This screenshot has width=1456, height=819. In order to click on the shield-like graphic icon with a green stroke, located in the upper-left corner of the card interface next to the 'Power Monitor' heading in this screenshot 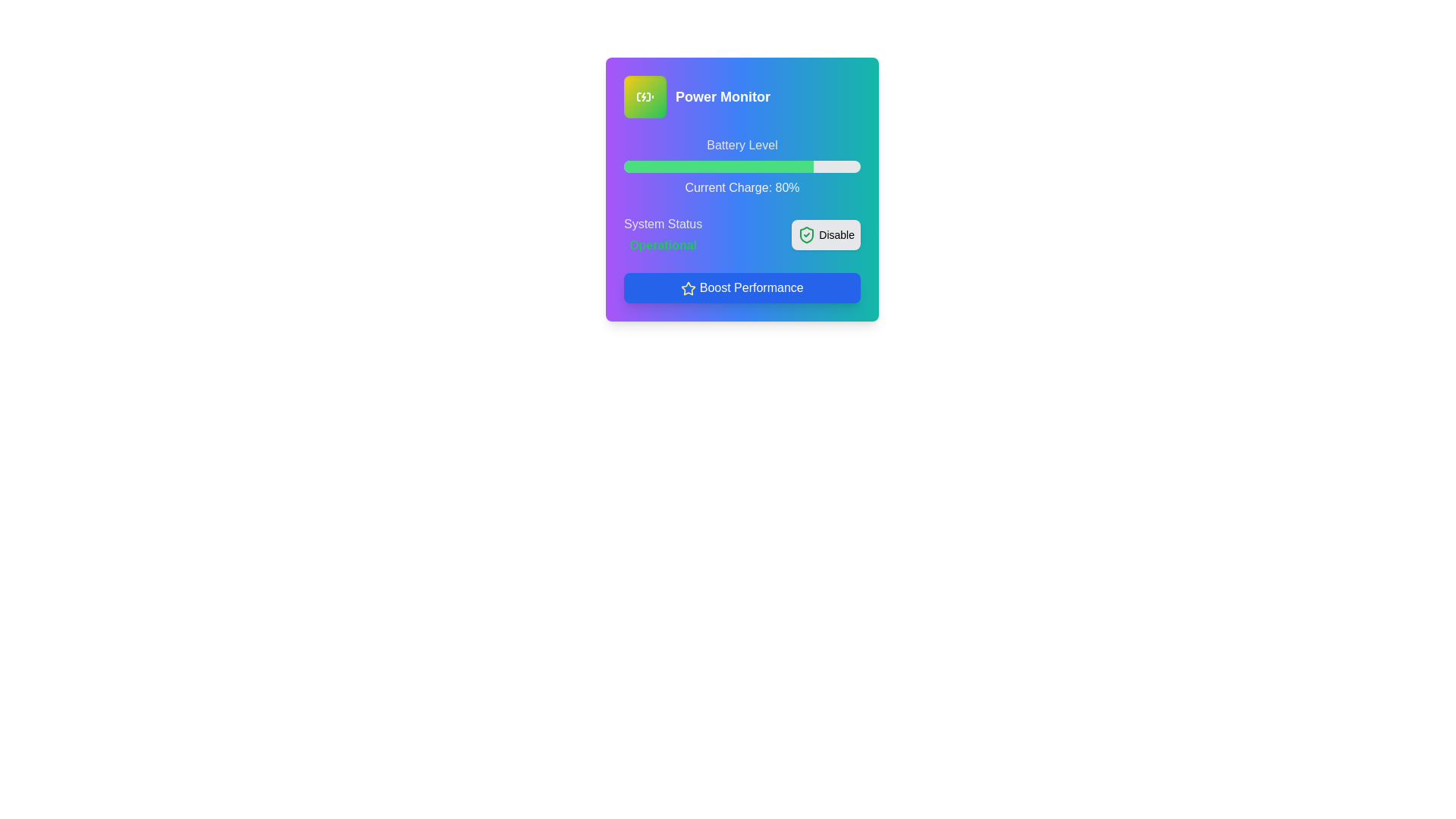, I will do `click(806, 234)`.